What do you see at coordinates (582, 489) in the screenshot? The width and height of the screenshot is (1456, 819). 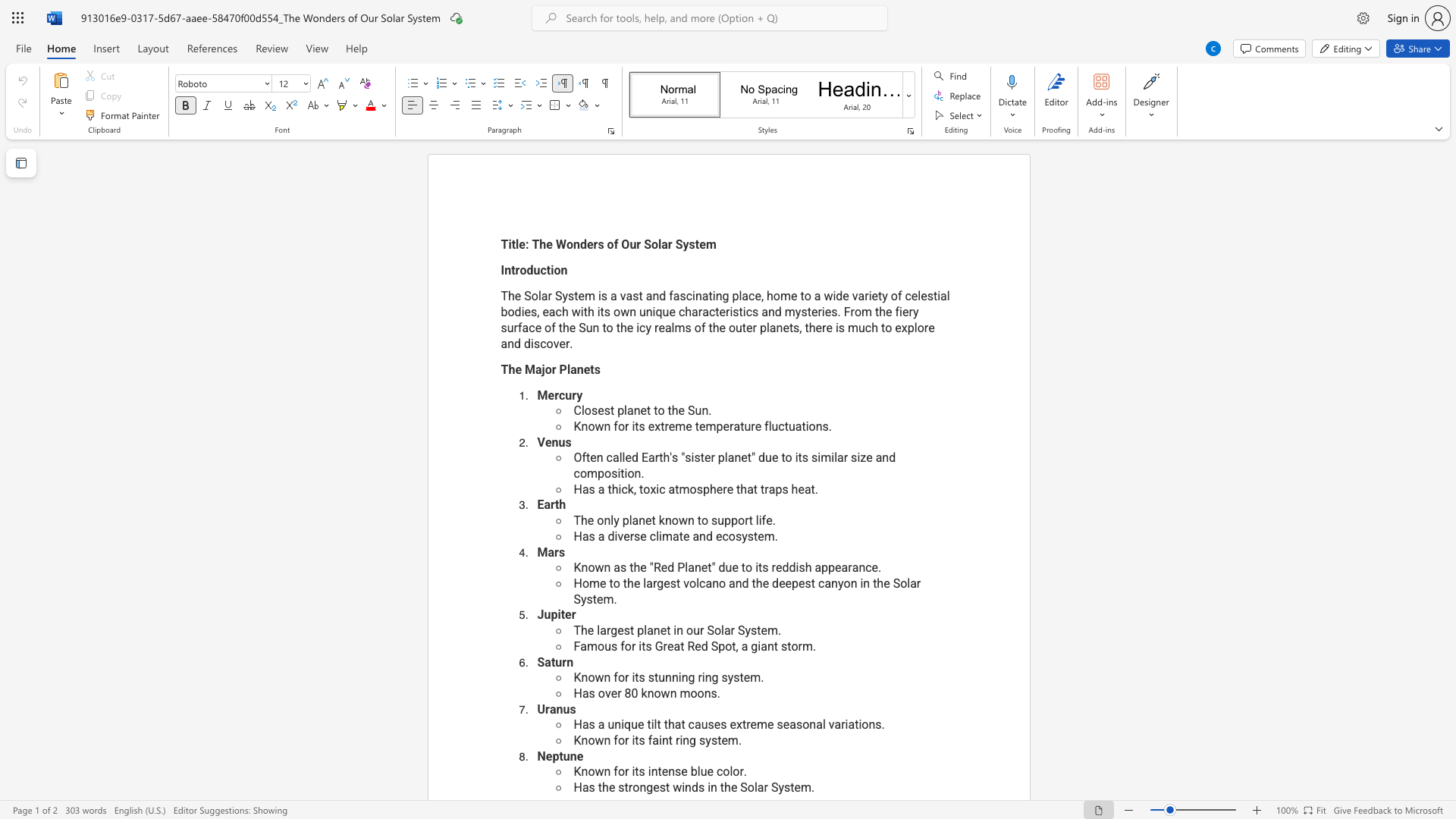 I see `the subset text "as a thick, toxic atmosphere that traps he" within the text "Has a thick, toxic atmosphere that traps heat."` at bounding box center [582, 489].